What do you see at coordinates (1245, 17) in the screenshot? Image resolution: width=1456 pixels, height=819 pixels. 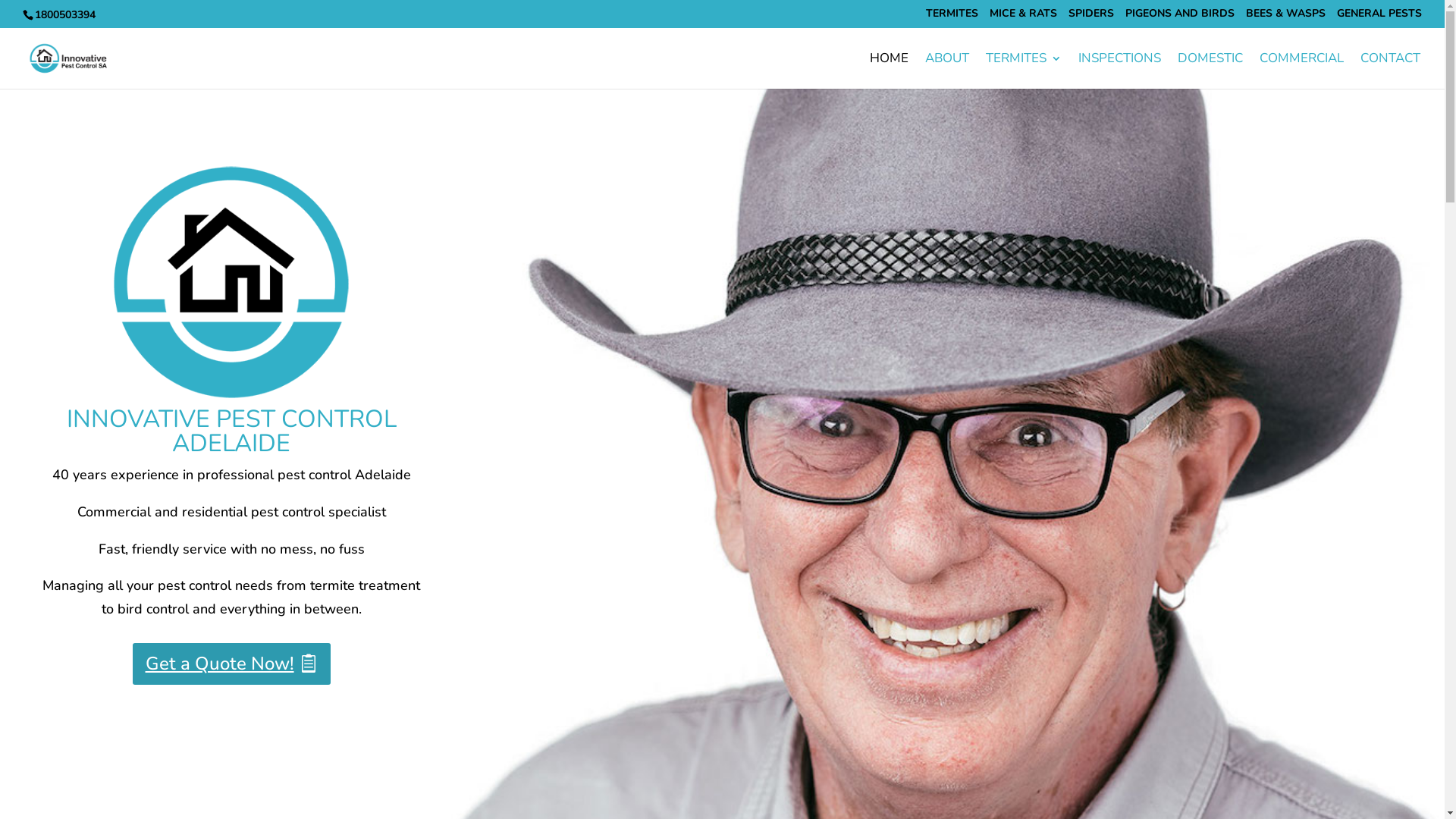 I see `'BEES & WASPS'` at bounding box center [1245, 17].